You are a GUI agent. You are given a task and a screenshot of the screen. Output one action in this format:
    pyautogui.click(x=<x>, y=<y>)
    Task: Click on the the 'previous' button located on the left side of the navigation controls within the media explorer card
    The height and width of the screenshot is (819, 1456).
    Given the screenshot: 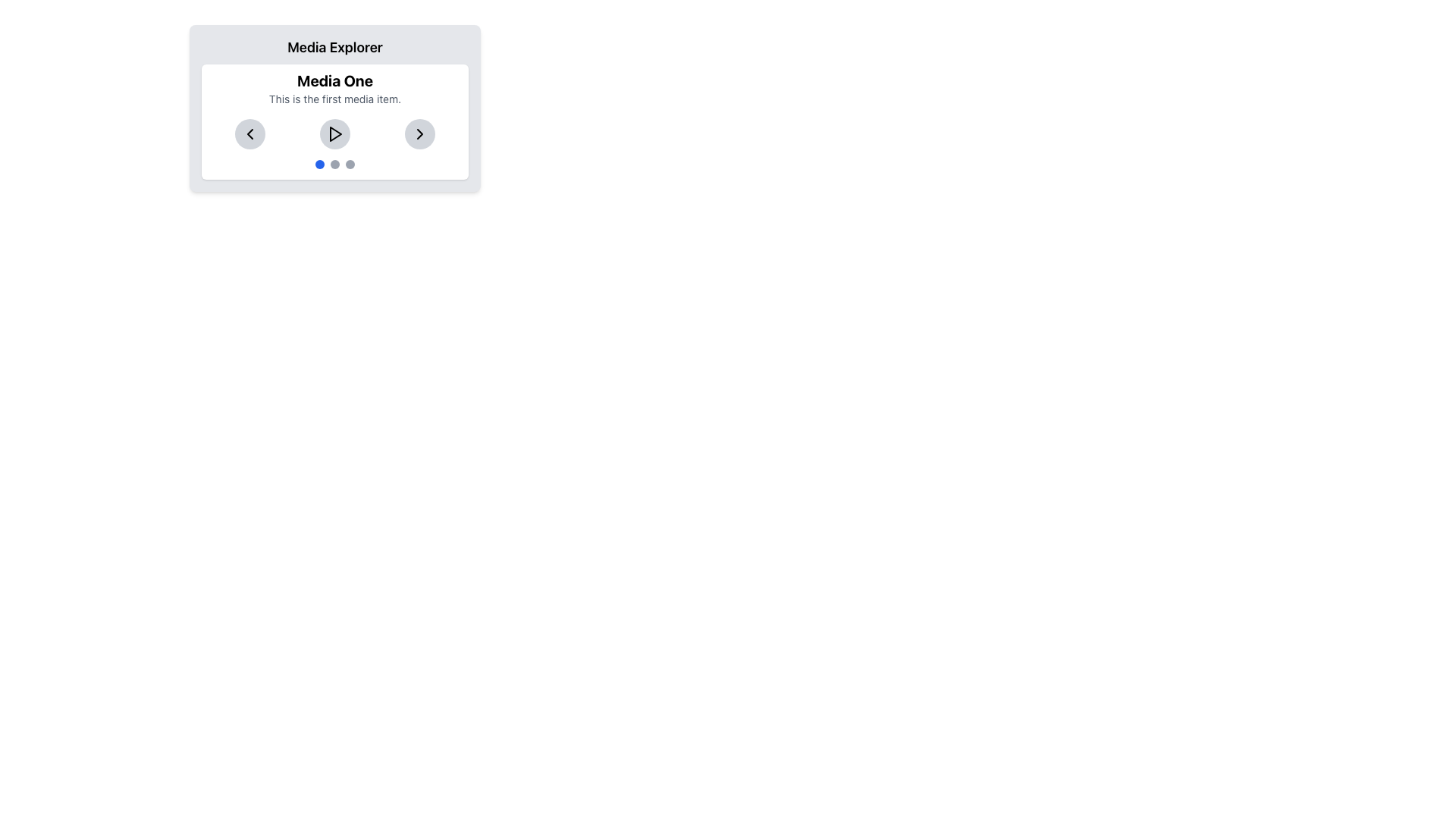 What is the action you would take?
    pyautogui.click(x=250, y=133)
    